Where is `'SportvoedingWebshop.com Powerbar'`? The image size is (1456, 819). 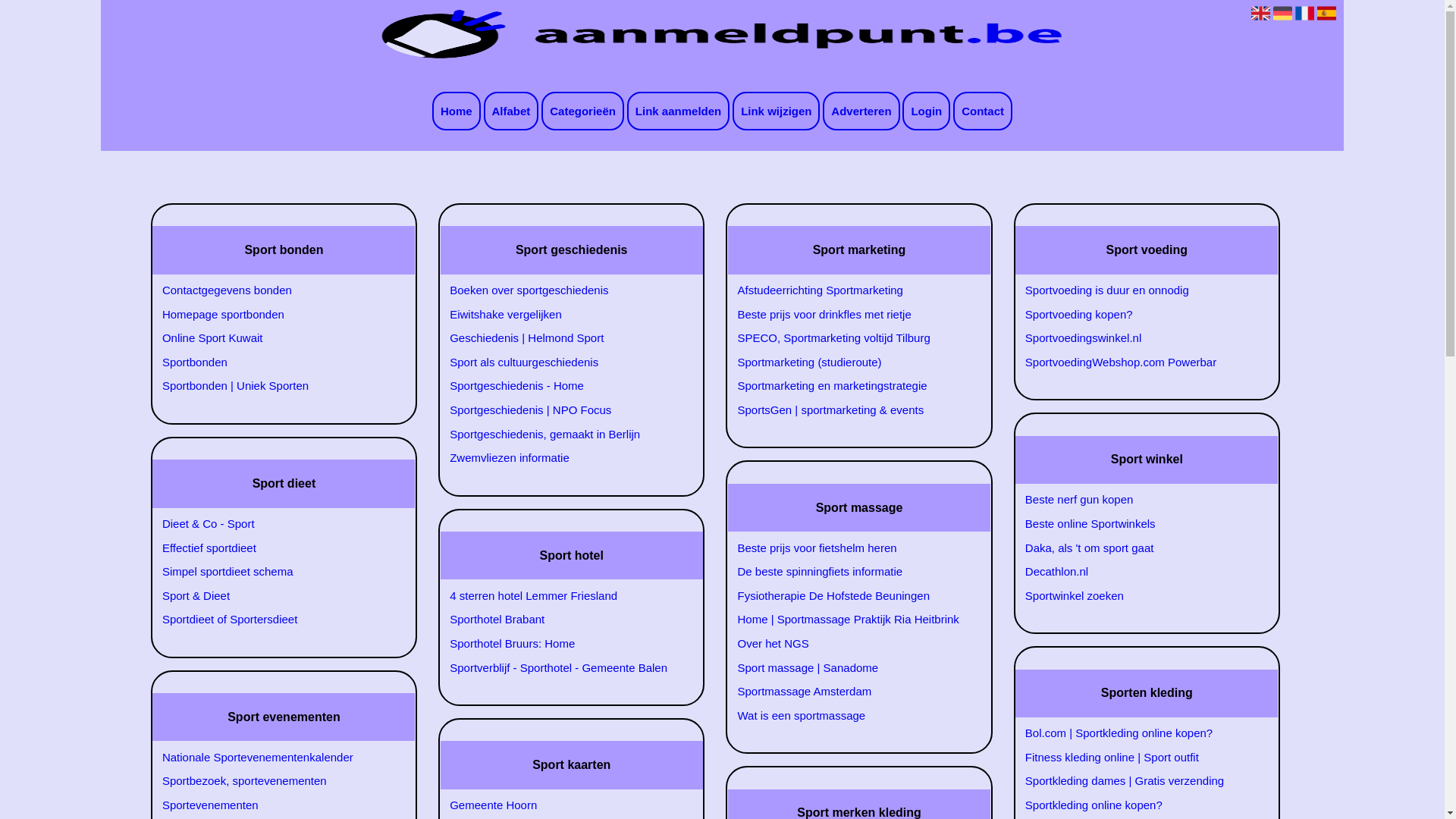
'SportvoedingWebshop.com Powerbar' is located at coordinates (1018, 362).